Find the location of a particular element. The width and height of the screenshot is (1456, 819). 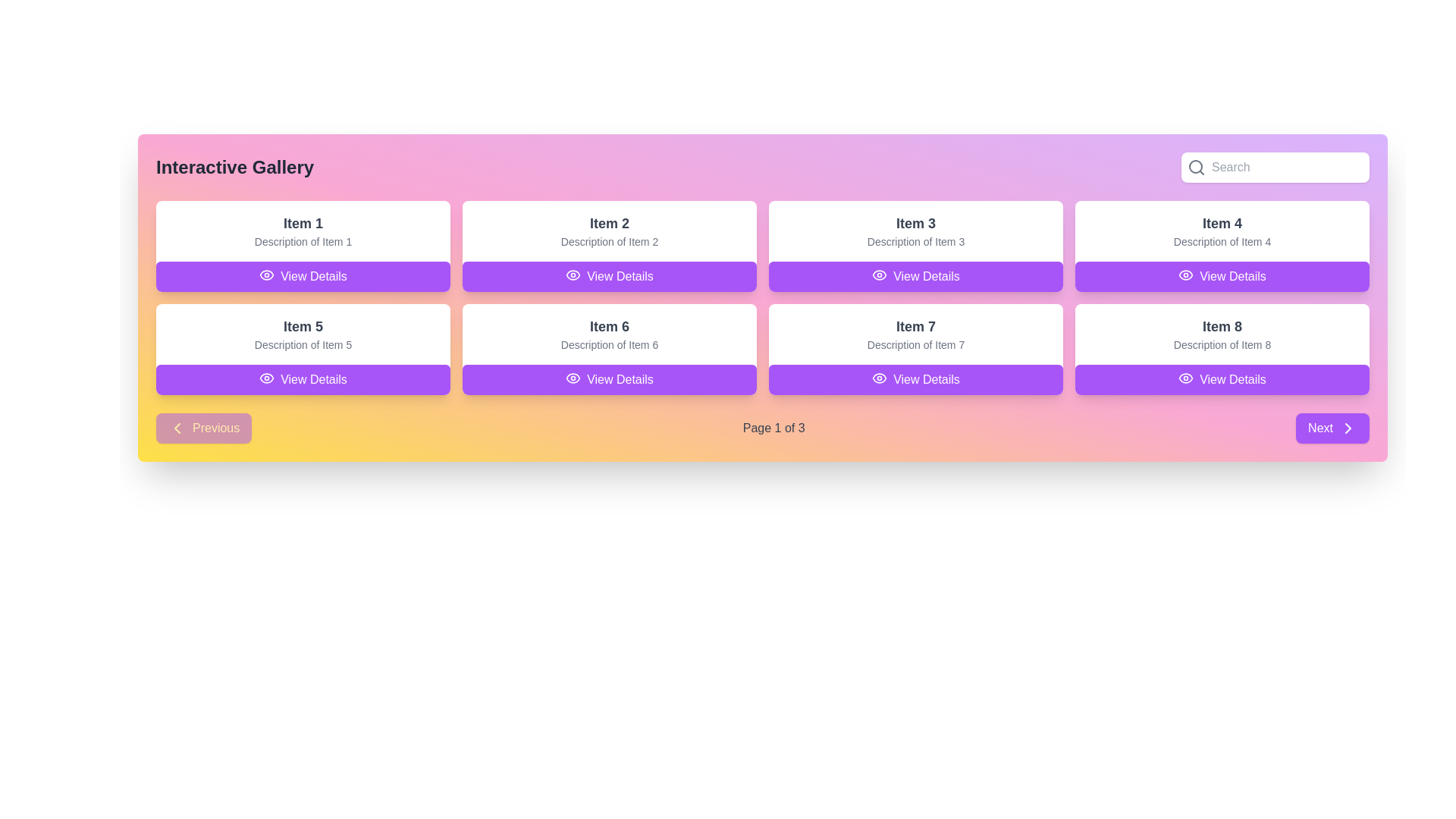

the Text label that provides descriptive information about 'Item 3', positioned below its title in the top-right cell of a 2x4 grid layout is located at coordinates (915, 241).